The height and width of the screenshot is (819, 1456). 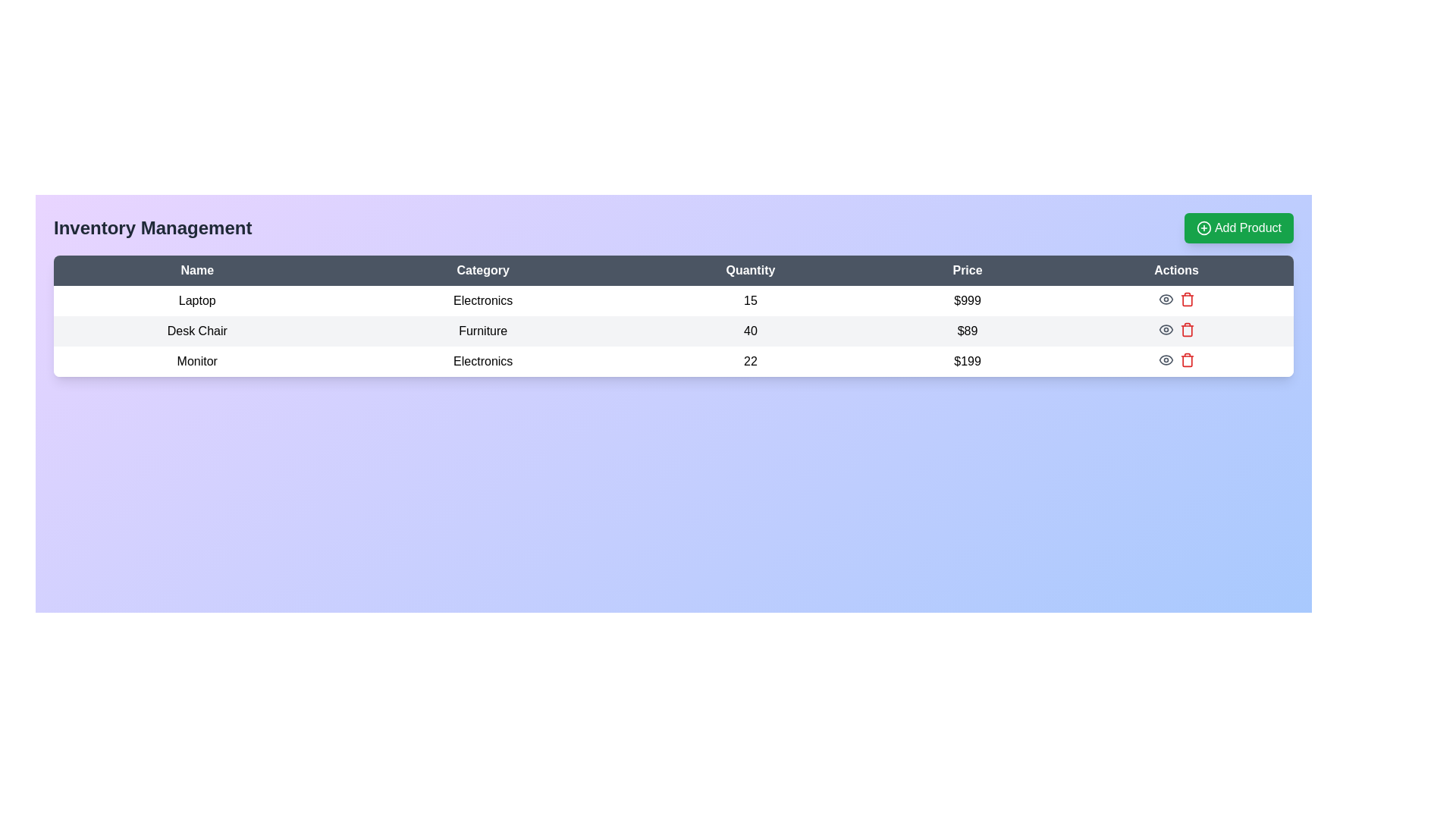 What do you see at coordinates (1175, 299) in the screenshot?
I see `the eye icon in the Actions column for the row displaying 'Laptop'` at bounding box center [1175, 299].